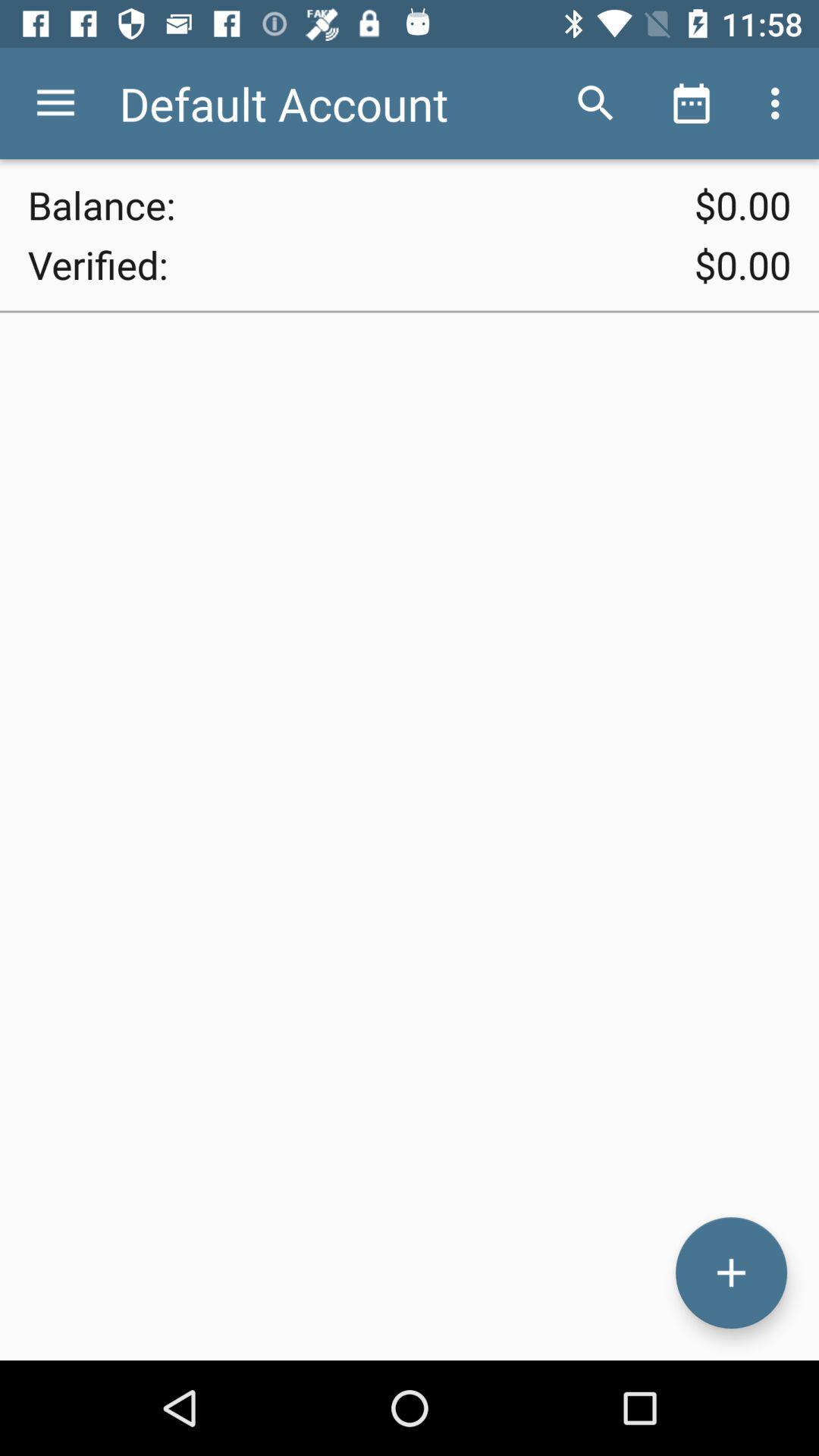  Describe the element at coordinates (409, 836) in the screenshot. I see `item at the center` at that location.